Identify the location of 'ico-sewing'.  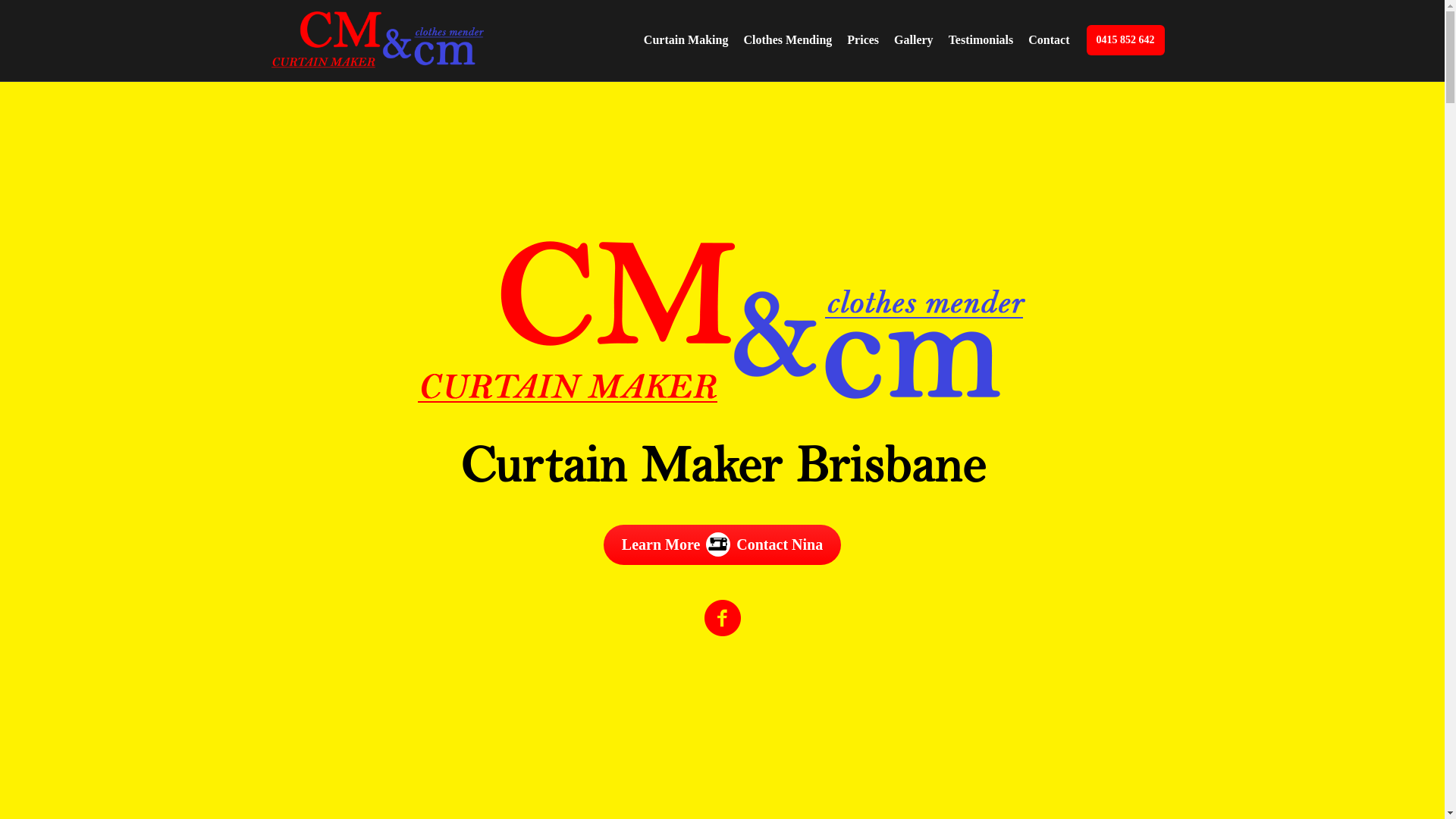
(717, 540).